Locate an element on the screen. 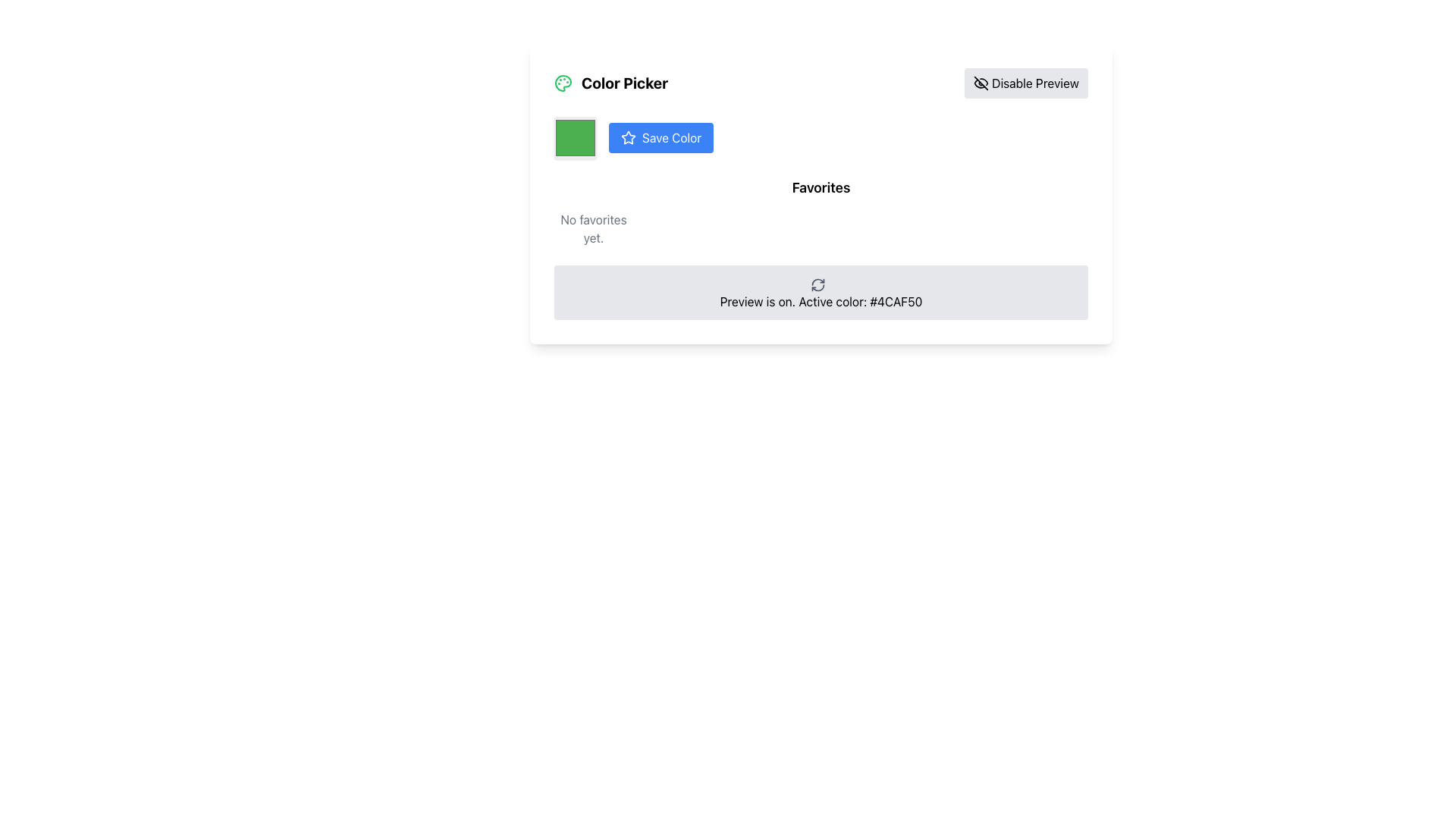  the eye-off icon within the 'Disable Preview' button located in the top-right corner of the interface, which indicates that clicking it will disable the preview functionality is located at coordinates (981, 83).